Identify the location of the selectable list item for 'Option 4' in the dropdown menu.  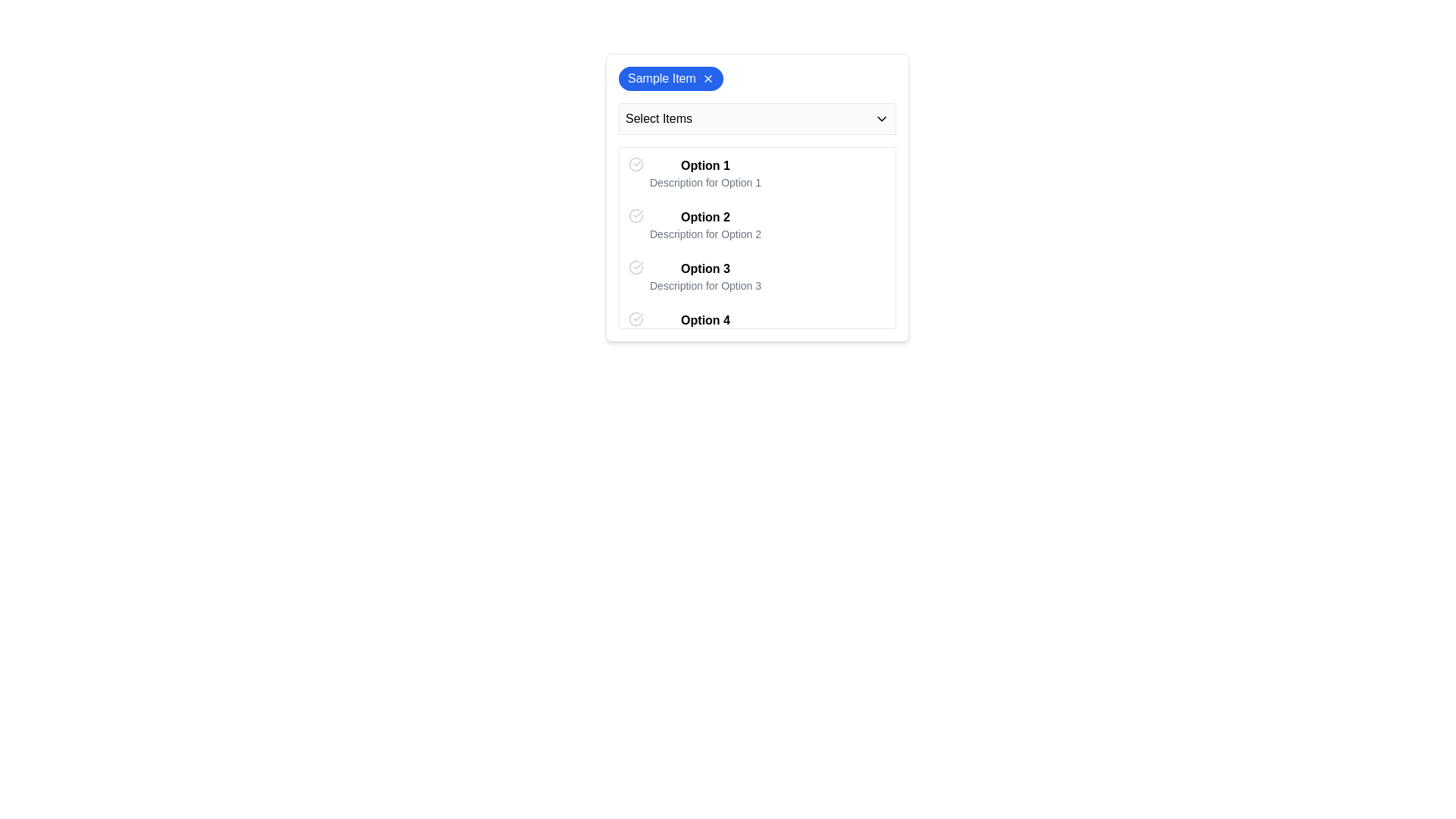
(704, 327).